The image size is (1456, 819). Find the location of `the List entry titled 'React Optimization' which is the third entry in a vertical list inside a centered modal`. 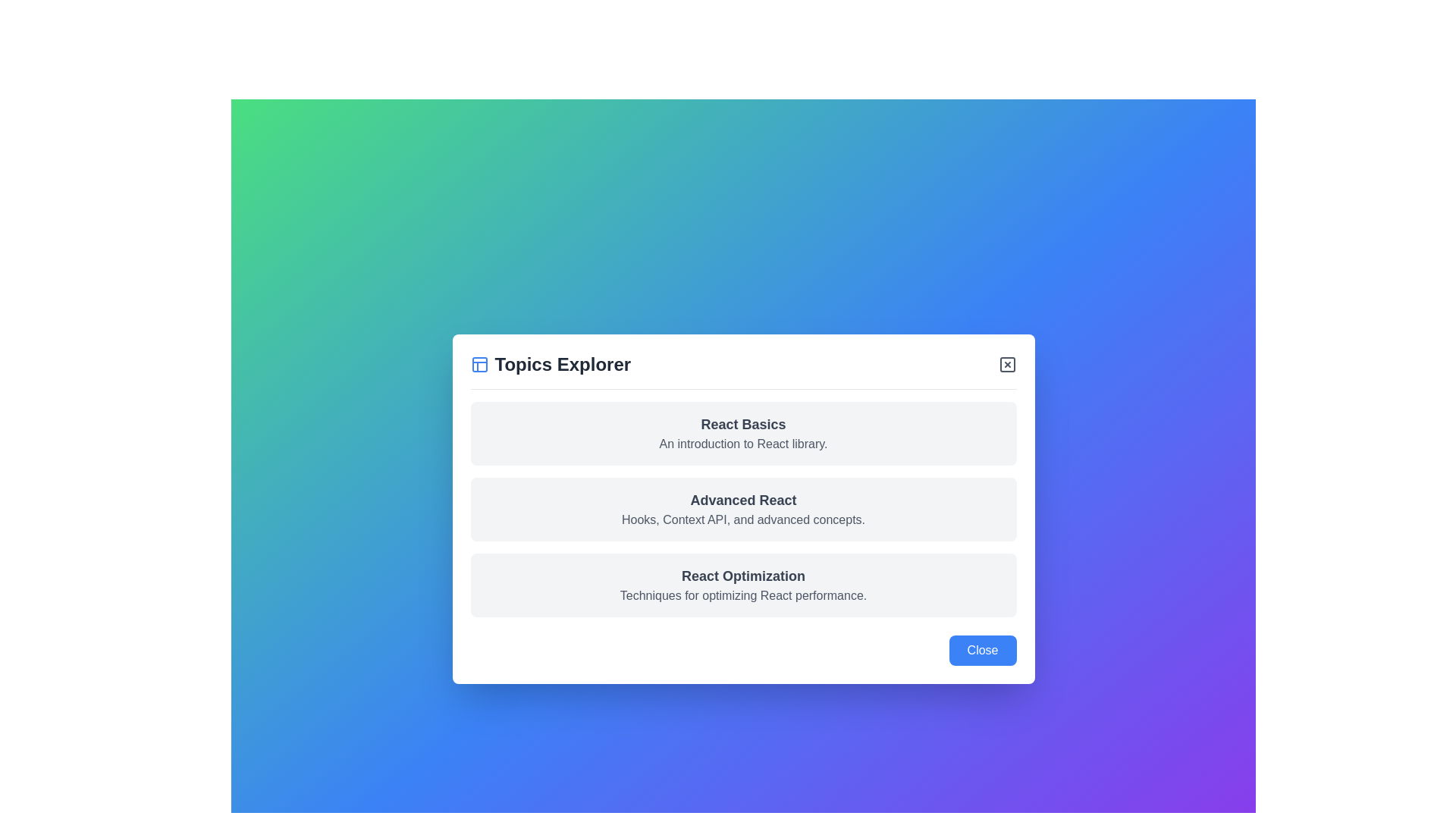

the List entry titled 'React Optimization' which is the third entry in a vertical list inside a centered modal is located at coordinates (743, 584).